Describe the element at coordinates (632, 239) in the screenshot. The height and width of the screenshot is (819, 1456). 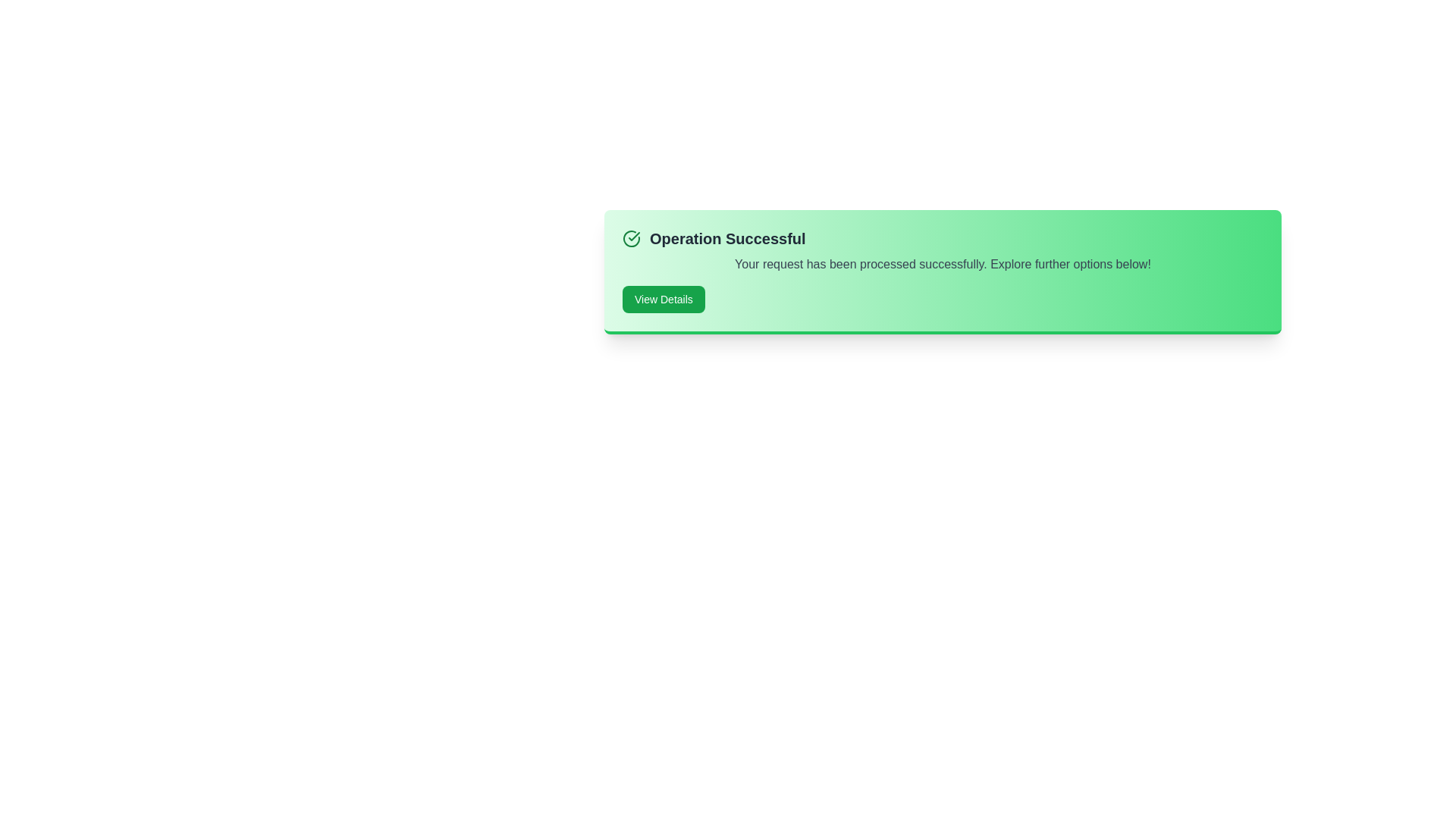
I see `icon next to the alert title` at that location.